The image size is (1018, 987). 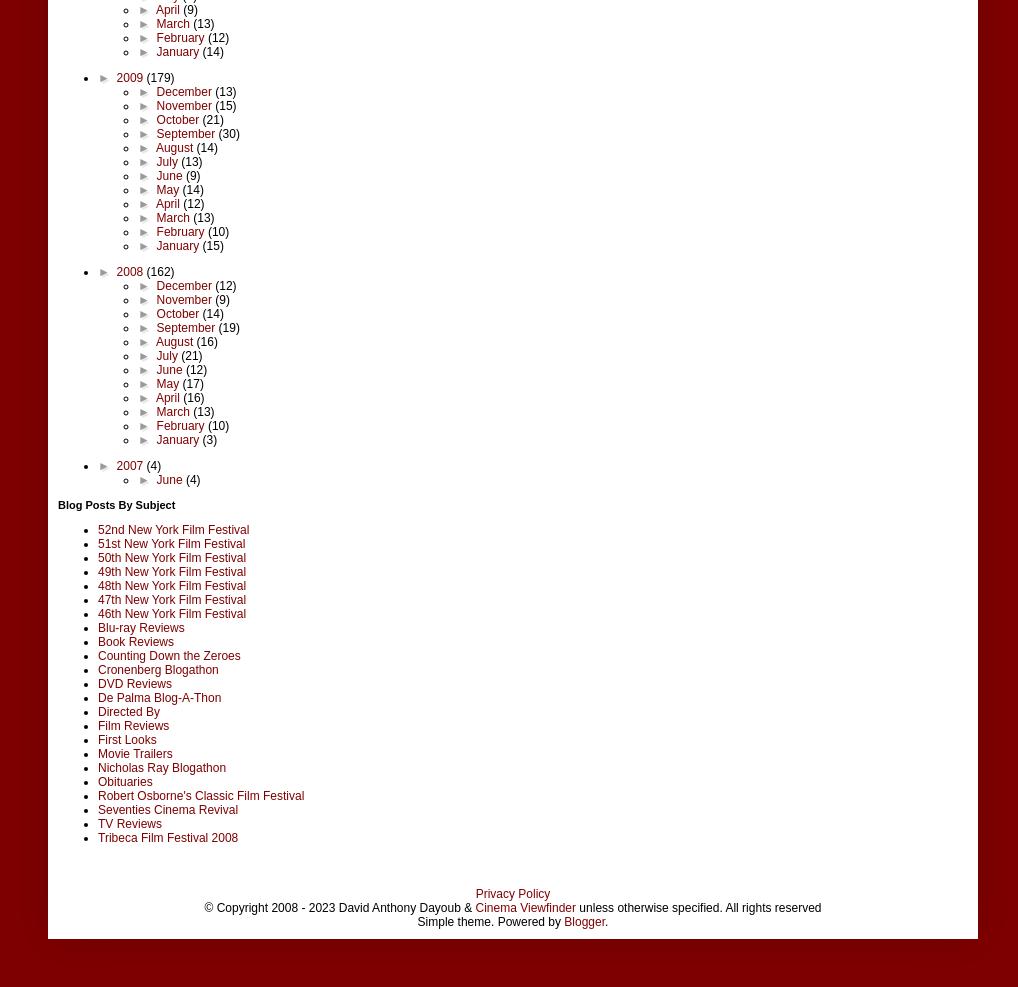 I want to click on '2007', so click(x=130, y=463).